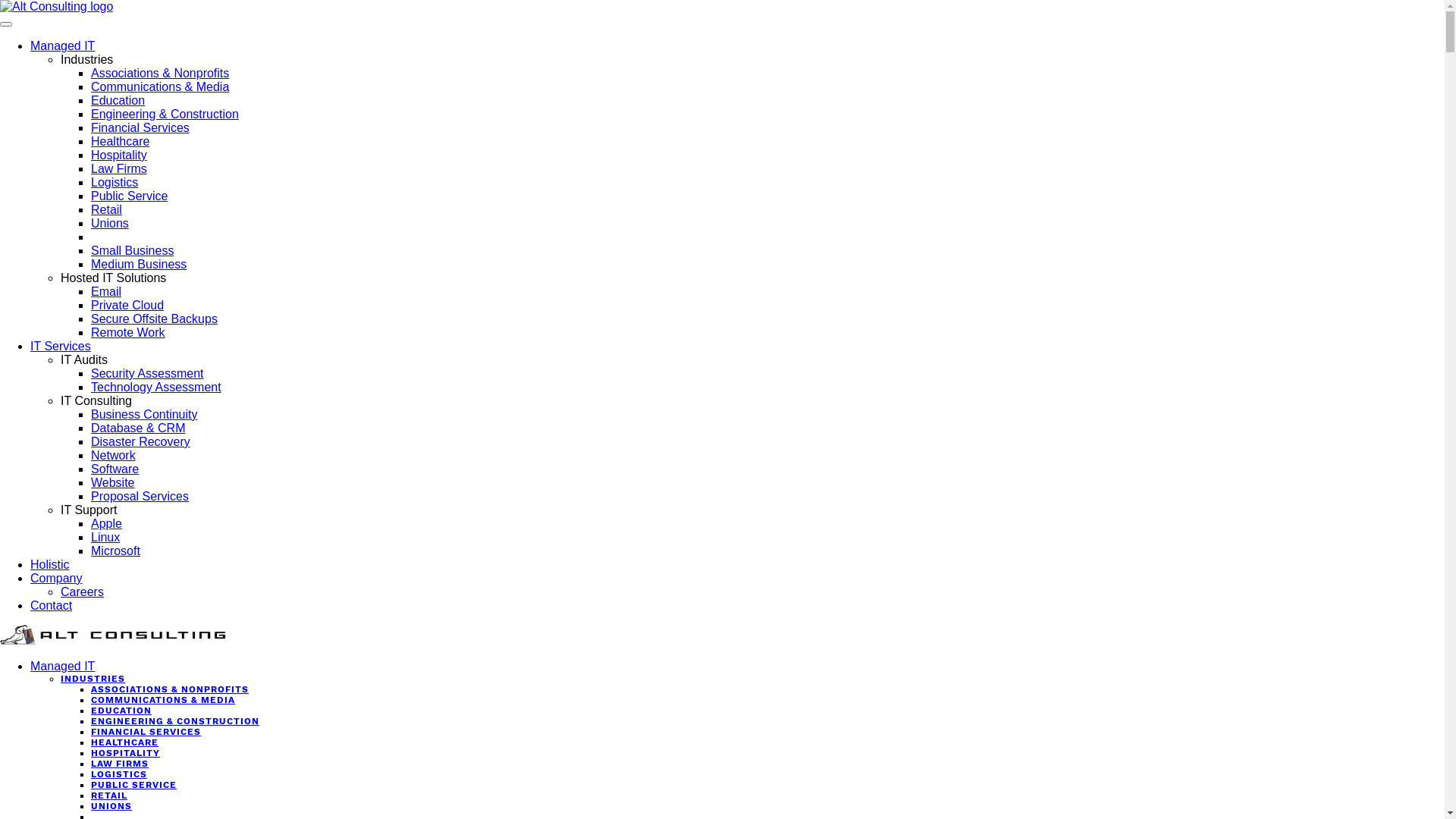  What do you see at coordinates (90, 414) in the screenshot?
I see `'Business Continuity'` at bounding box center [90, 414].